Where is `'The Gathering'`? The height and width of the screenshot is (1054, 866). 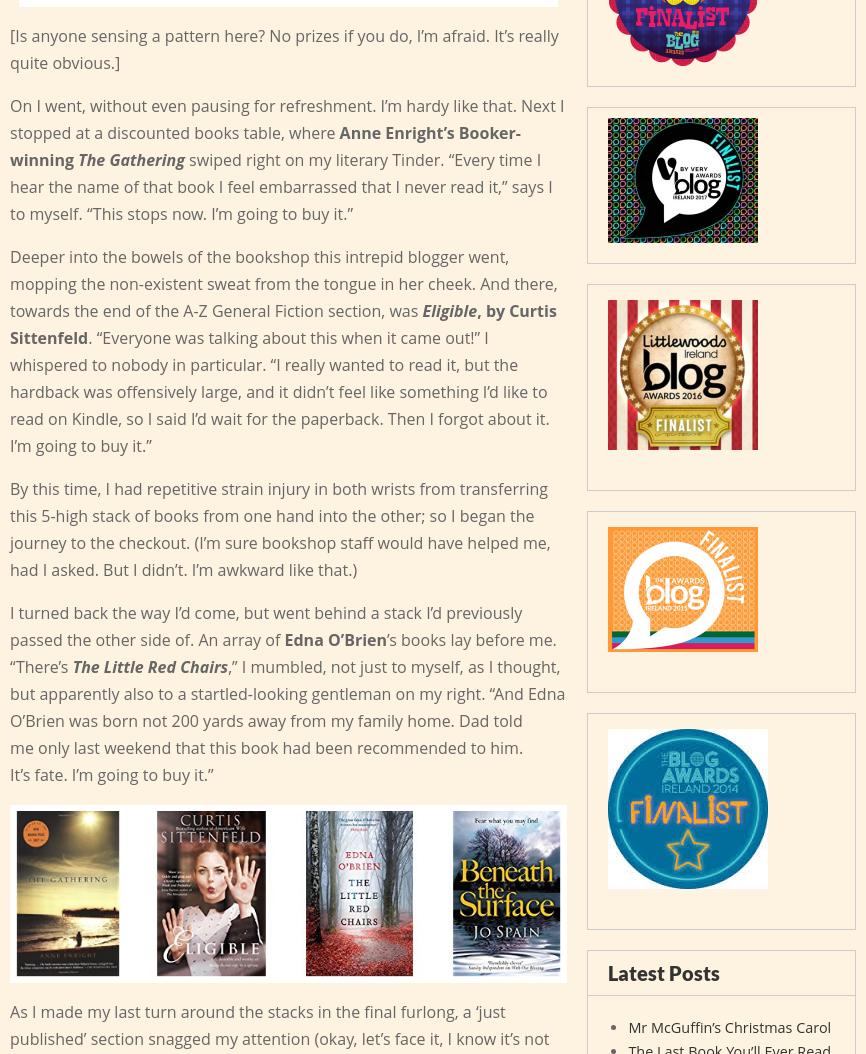 'The Gathering' is located at coordinates (78, 158).